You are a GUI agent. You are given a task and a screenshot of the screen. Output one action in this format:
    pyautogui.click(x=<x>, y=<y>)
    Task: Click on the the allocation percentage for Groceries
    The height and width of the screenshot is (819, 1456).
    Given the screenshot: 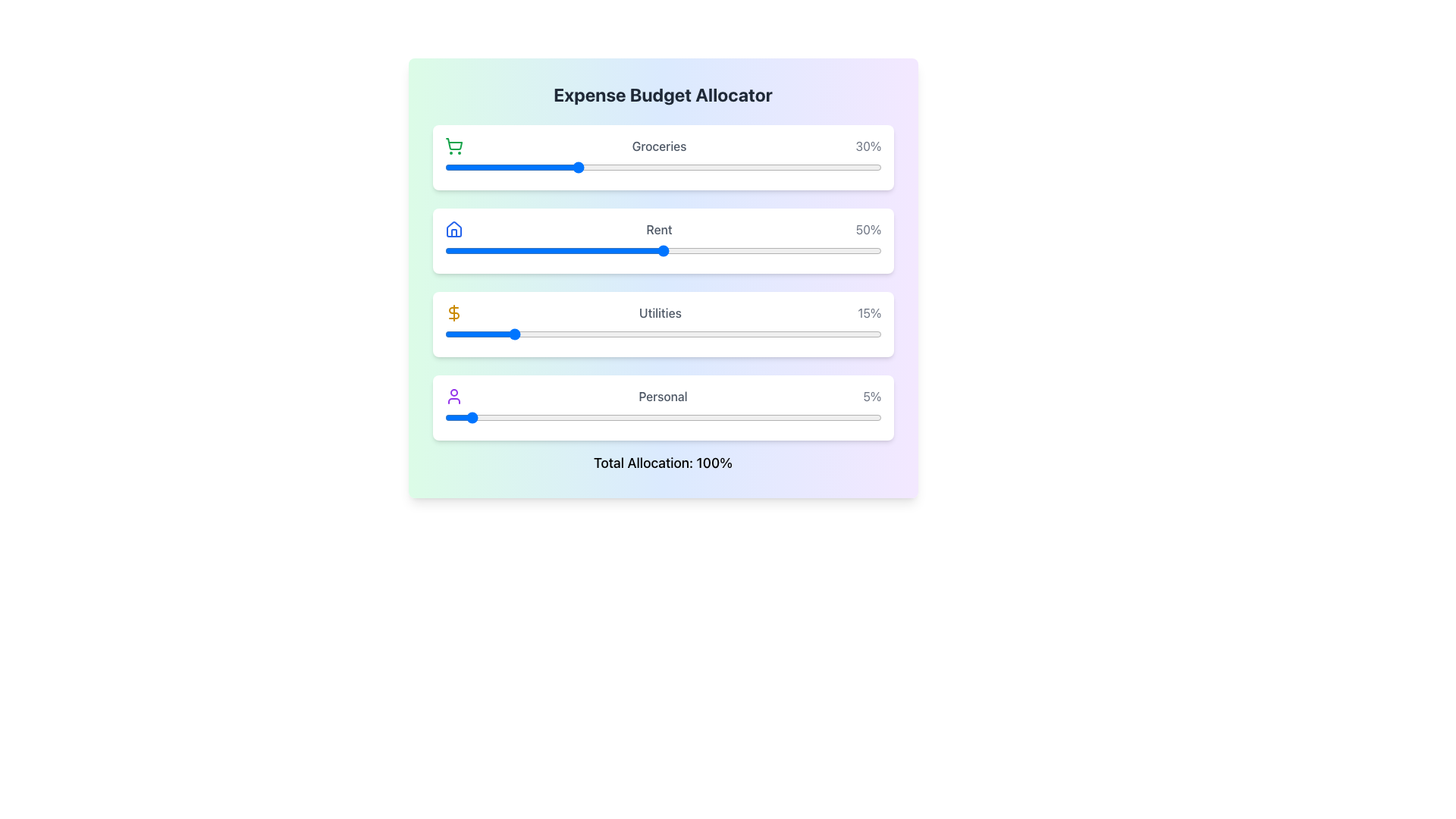 What is the action you would take?
    pyautogui.click(x=579, y=167)
    